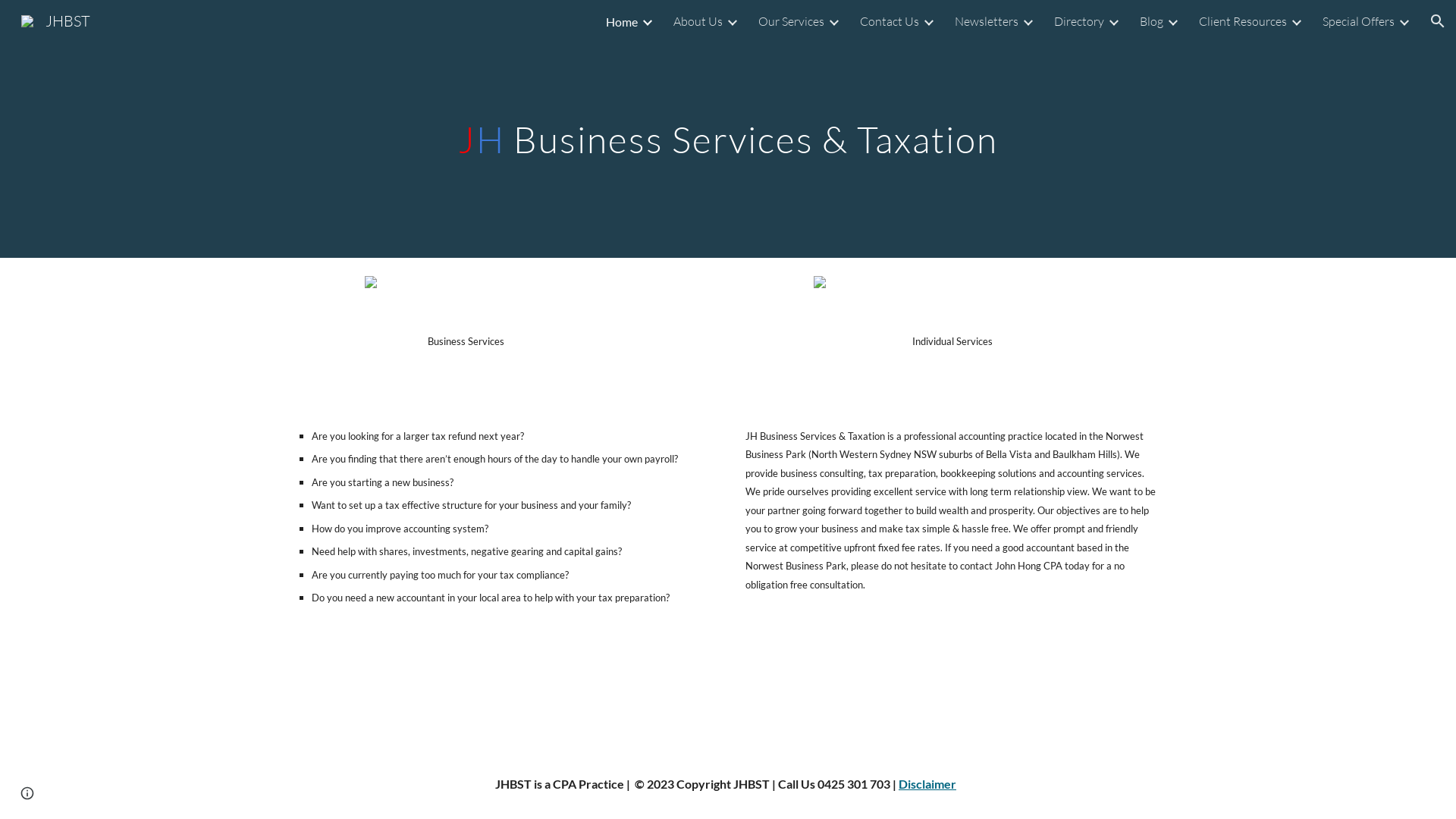  Describe the element at coordinates (927, 20) in the screenshot. I see `'Expand/Collapse'` at that location.